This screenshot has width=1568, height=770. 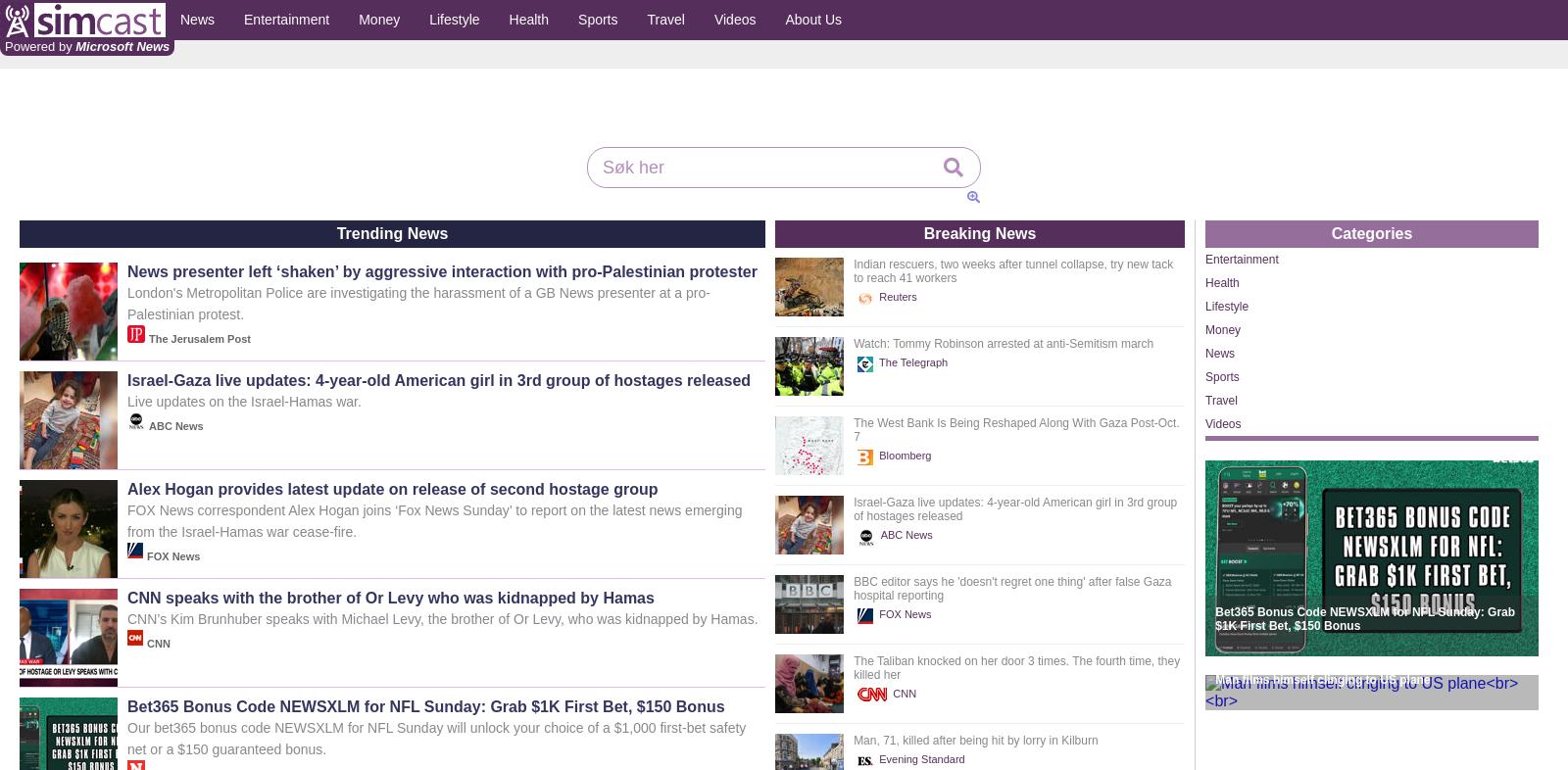 I want to click on 'The West Bank Is Being Reshaped Along With Gaza Post-Oct. 7', so click(x=1015, y=428).